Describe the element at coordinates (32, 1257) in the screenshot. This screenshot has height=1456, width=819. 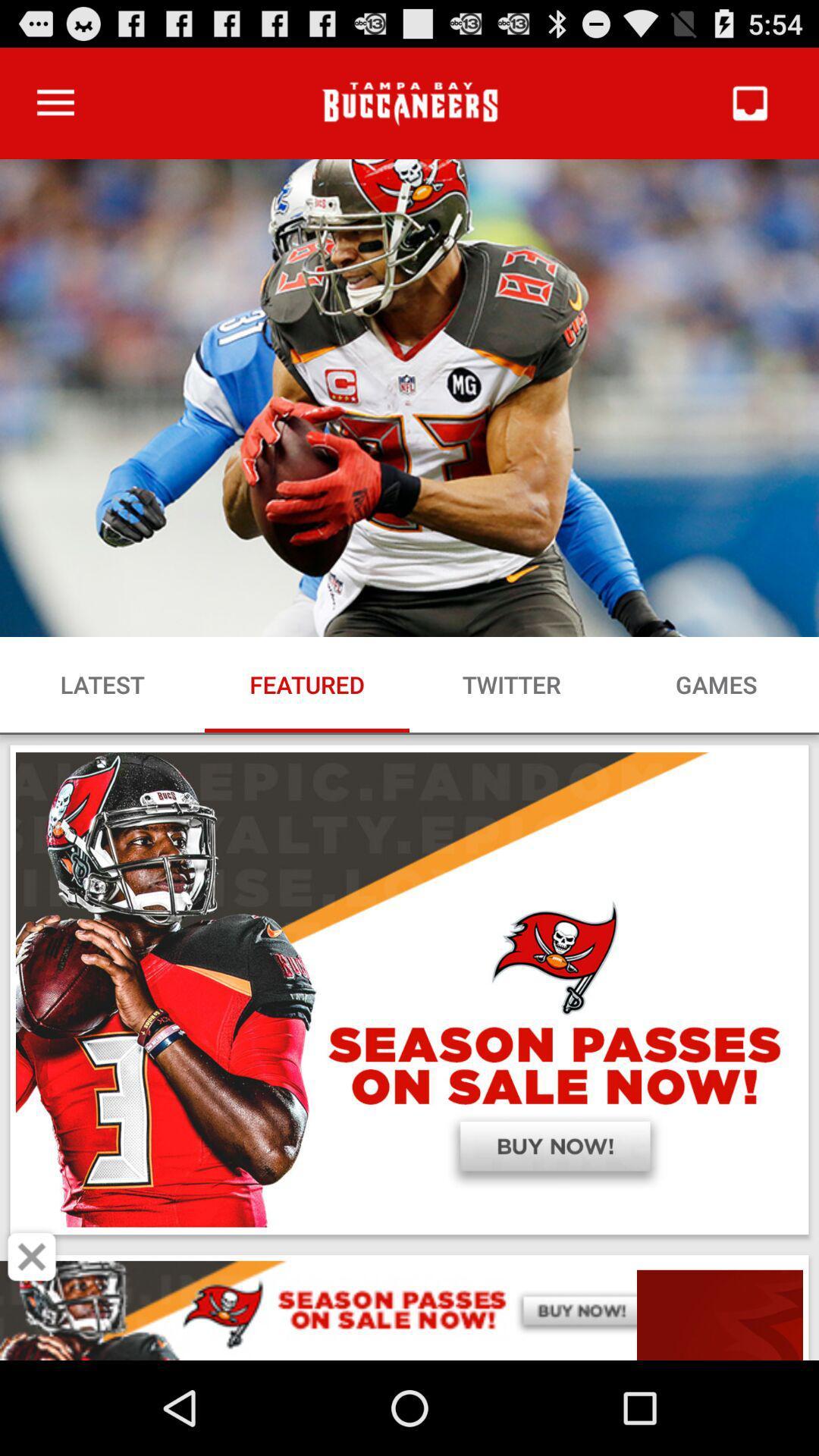
I see `click the window close option` at that location.